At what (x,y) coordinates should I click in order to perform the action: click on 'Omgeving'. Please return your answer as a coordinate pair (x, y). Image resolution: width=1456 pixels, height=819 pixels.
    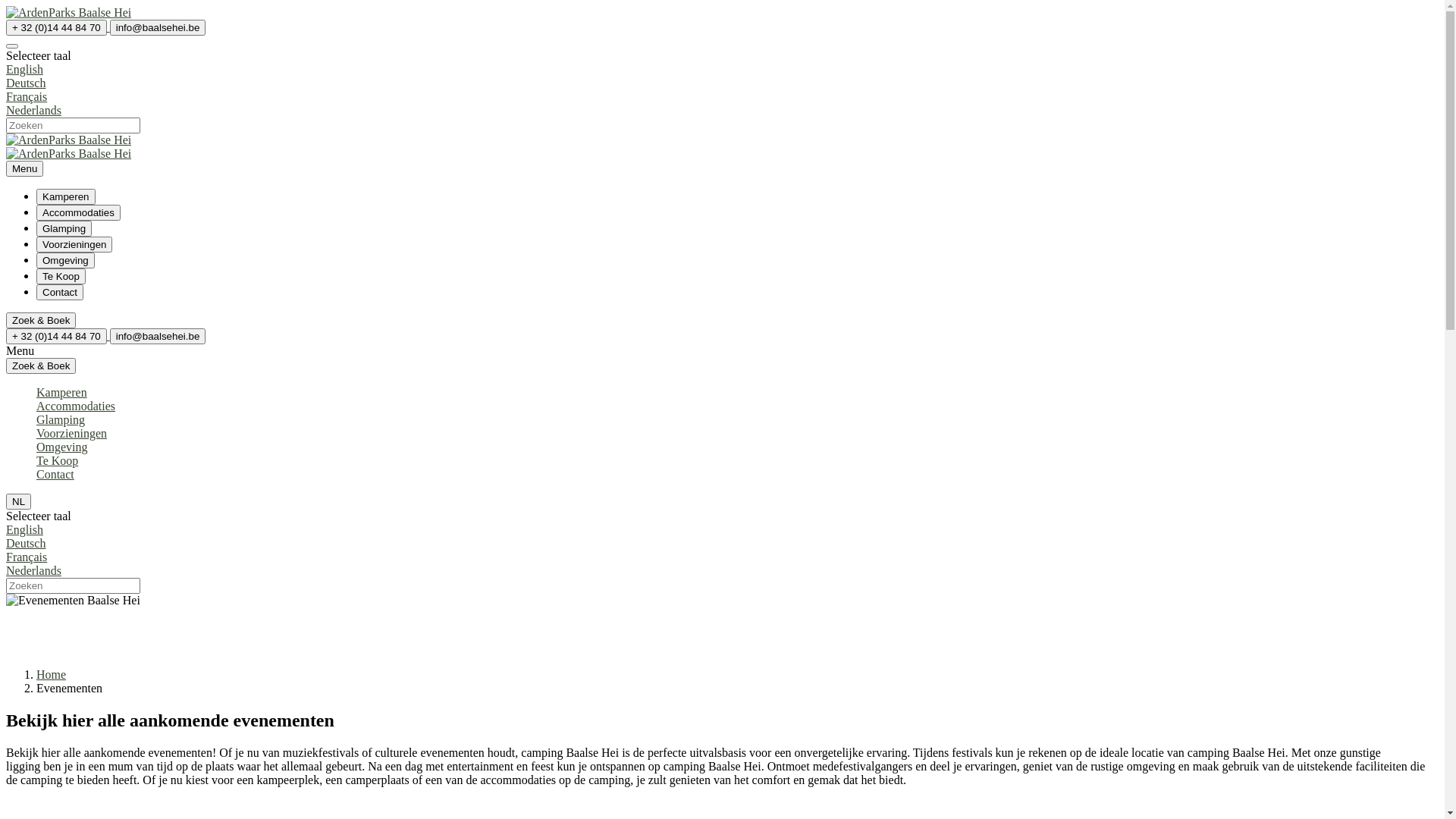
    Looking at the image, I should click on (36, 259).